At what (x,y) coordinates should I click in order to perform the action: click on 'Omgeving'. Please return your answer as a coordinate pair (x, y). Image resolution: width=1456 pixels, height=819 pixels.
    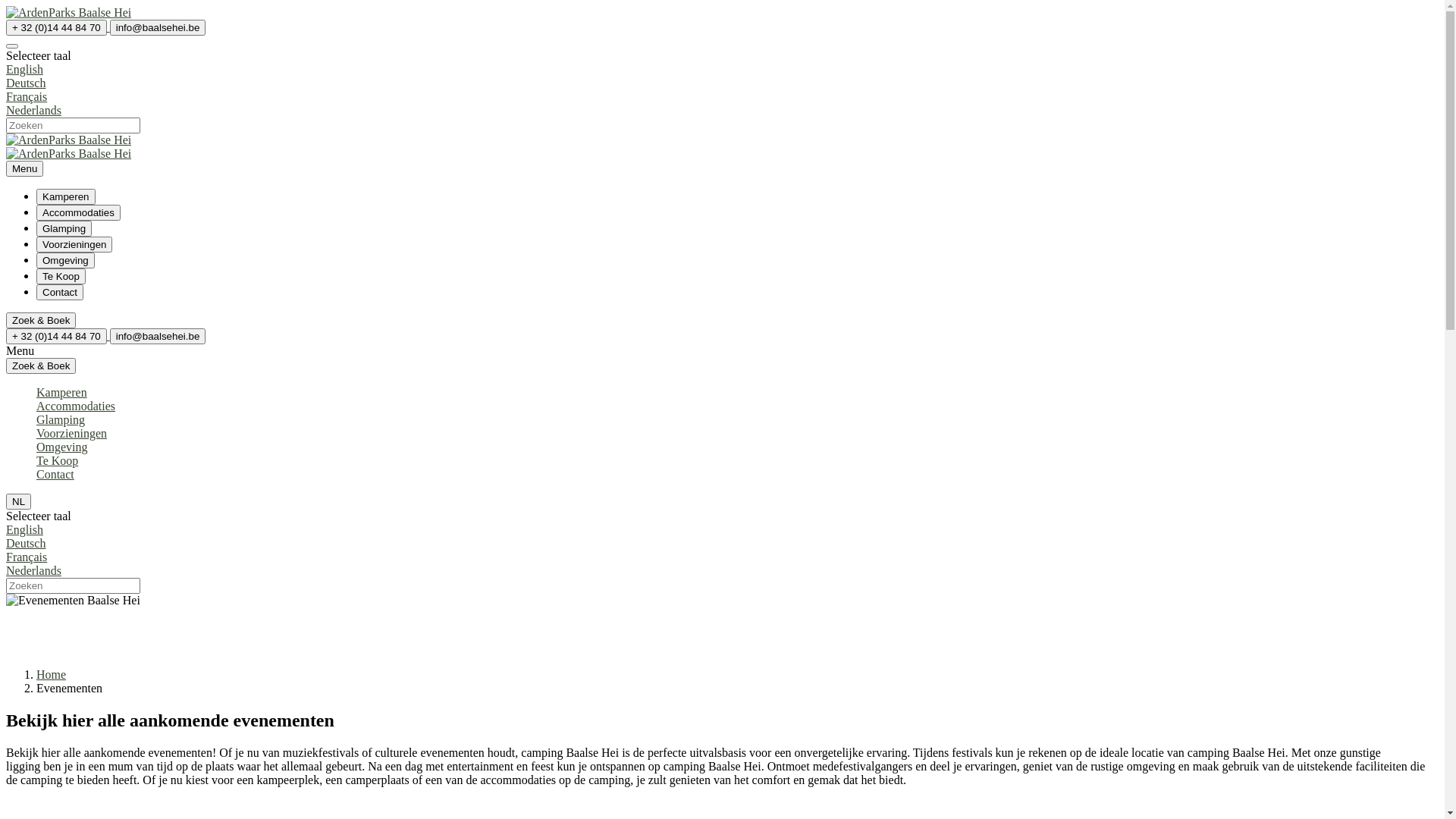
    Looking at the image, I should click on (36, 259).